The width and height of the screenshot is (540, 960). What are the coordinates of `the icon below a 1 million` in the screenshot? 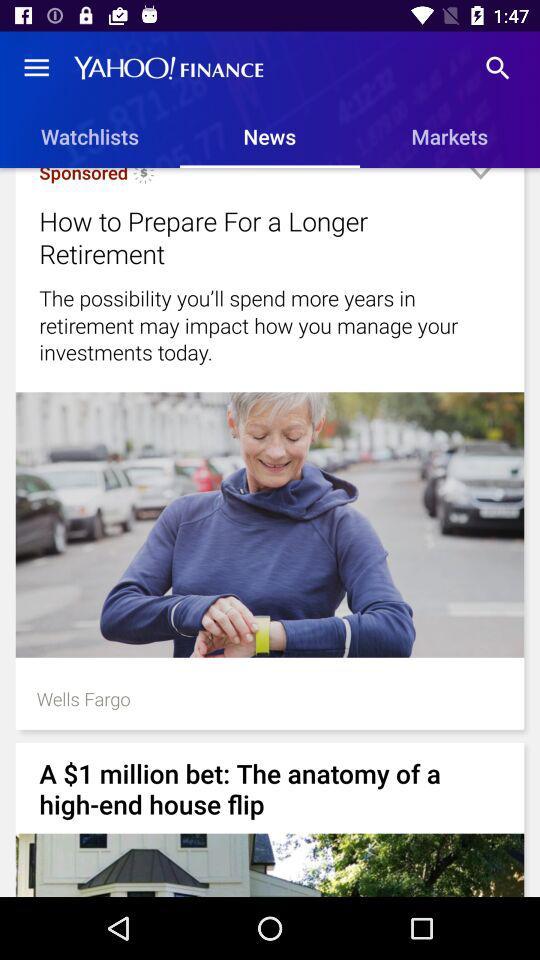 It's located at (270, 864).